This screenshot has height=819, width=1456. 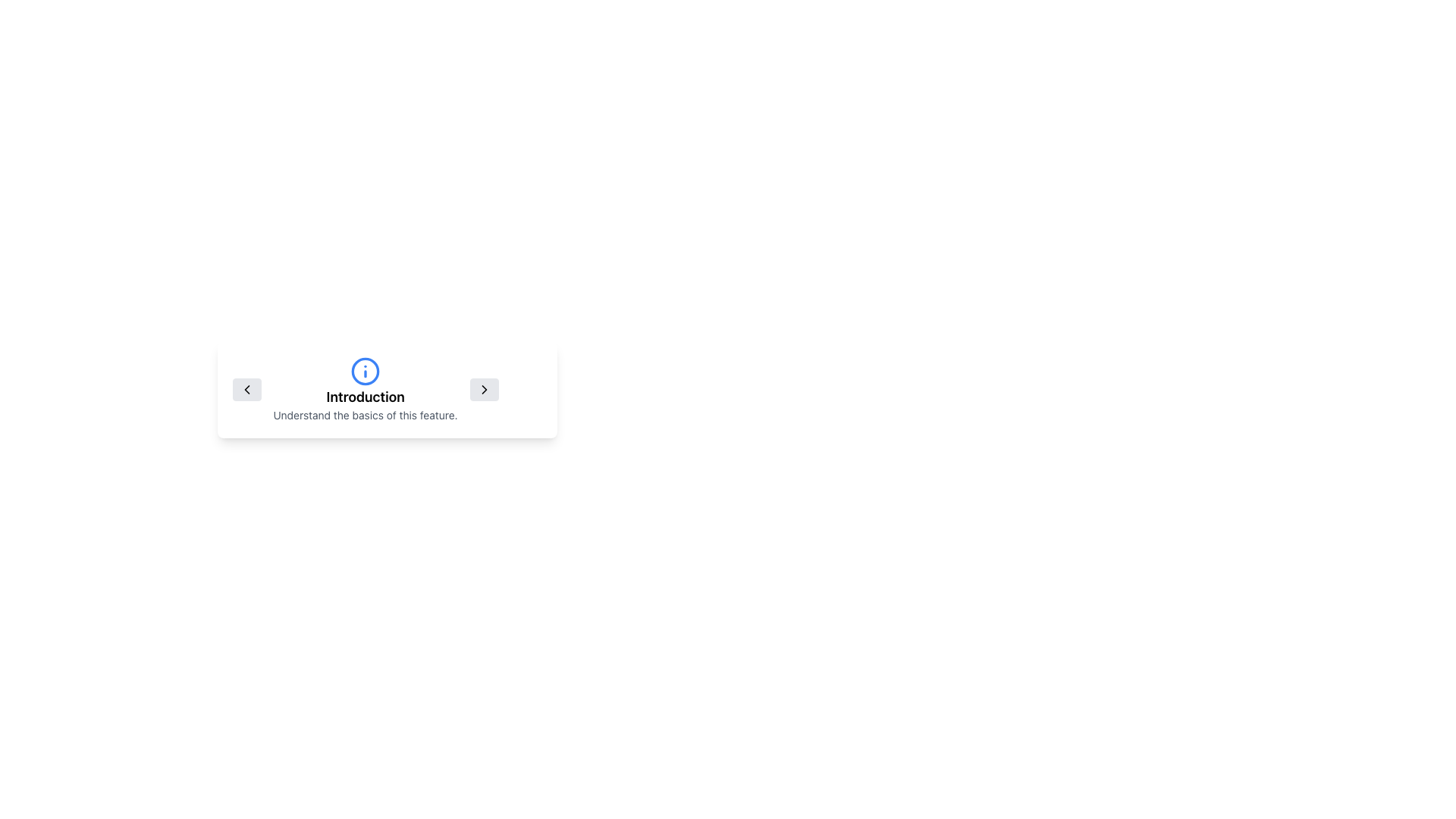 I want to click on the triangular-shaped icon pointing to the right, which is positioned within a small rectangular button adjacent to the text labeled 'Introduction', so click(x=483, y=388).